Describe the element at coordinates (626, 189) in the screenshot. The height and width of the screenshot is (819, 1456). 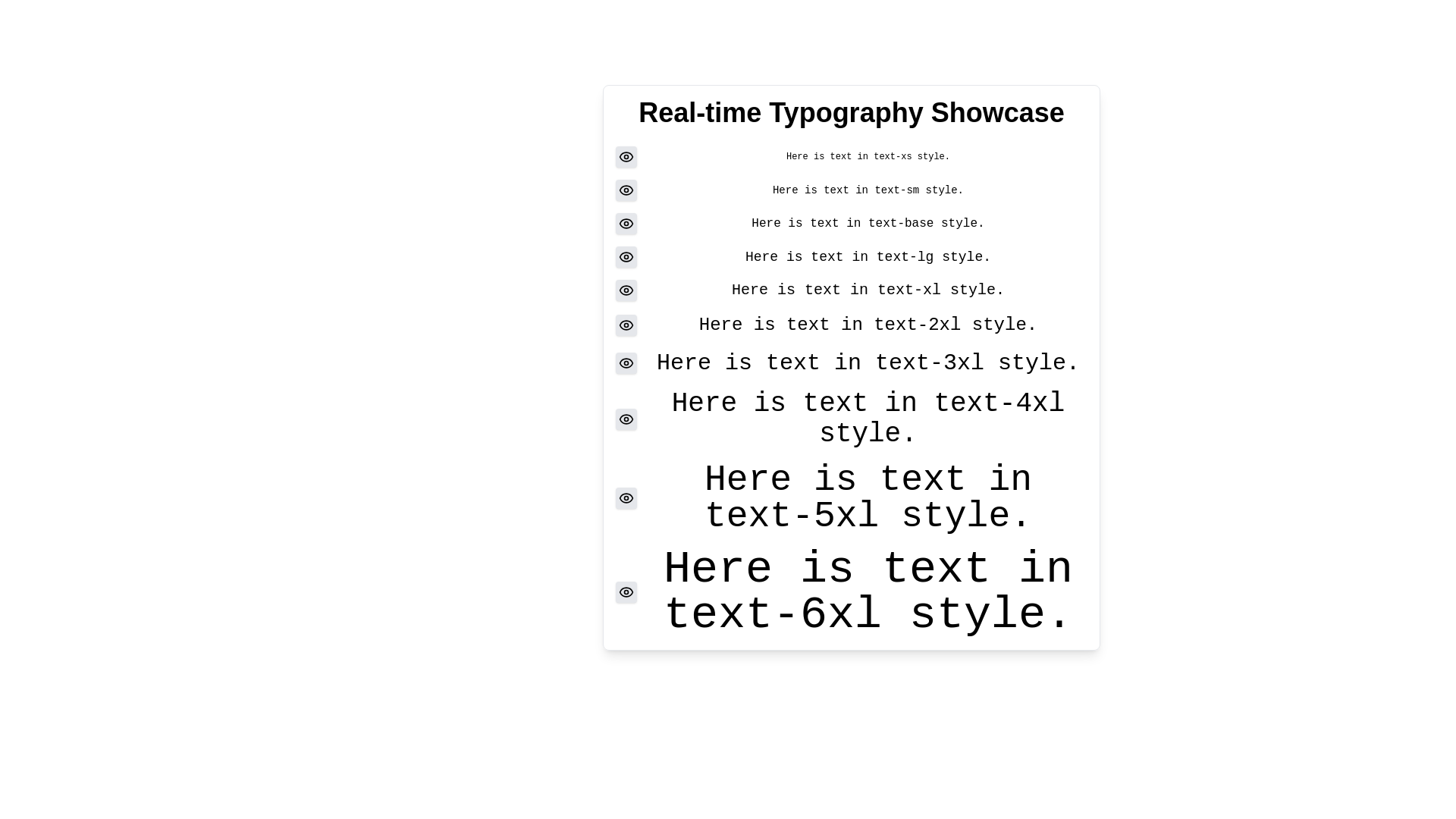
I see `the eye icon, which is a graphical representation with a circular iris and elliptical outline, located second from the top in a vertical list of similar icons` at that location.